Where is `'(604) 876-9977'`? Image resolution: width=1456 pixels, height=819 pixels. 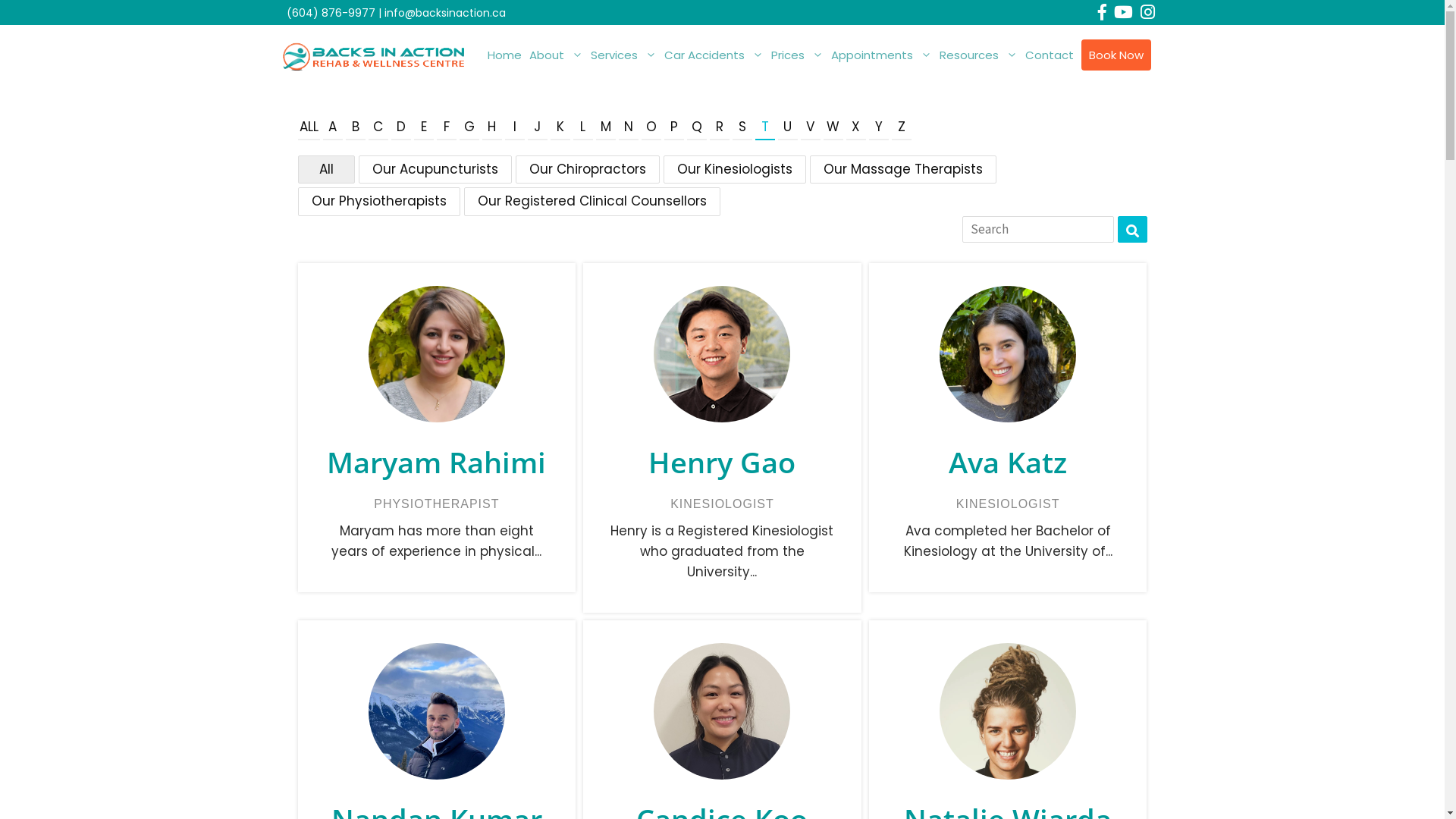 '(604) 876-9977' is located at coordinates (330, 12).